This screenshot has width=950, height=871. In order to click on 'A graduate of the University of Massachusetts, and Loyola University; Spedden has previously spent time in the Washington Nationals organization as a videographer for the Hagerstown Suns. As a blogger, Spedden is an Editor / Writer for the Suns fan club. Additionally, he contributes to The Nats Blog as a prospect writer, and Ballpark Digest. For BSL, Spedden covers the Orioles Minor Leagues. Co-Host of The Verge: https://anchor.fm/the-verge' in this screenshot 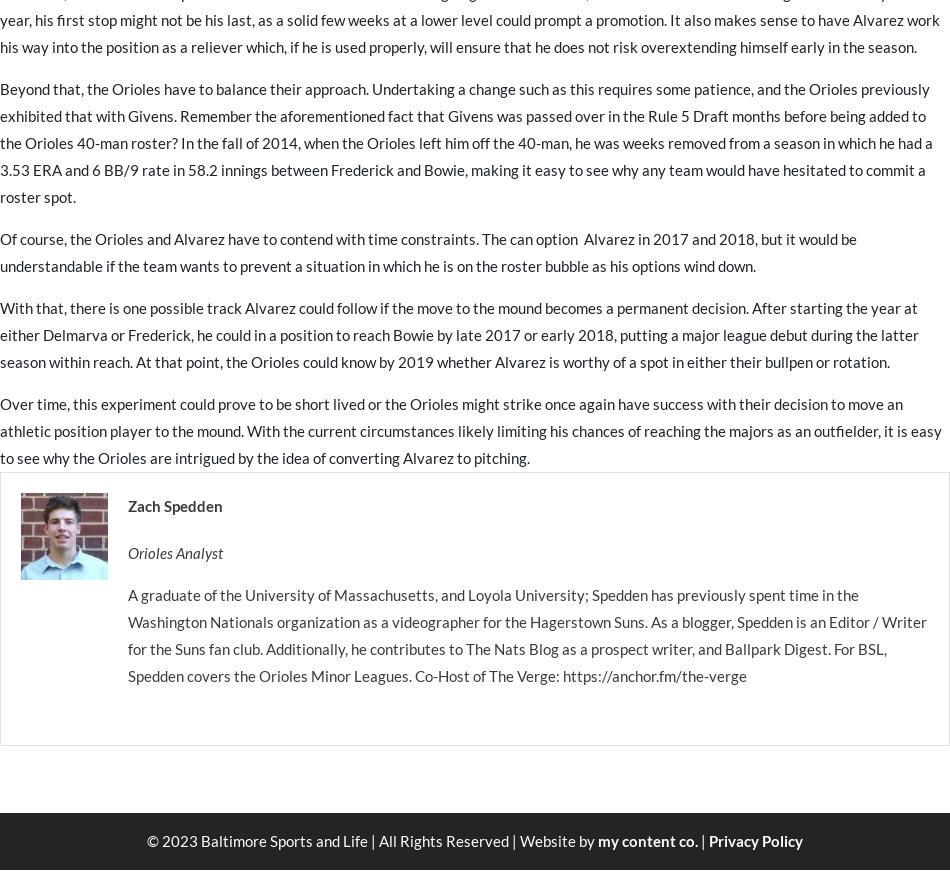, I will do `click(527, 634)`.